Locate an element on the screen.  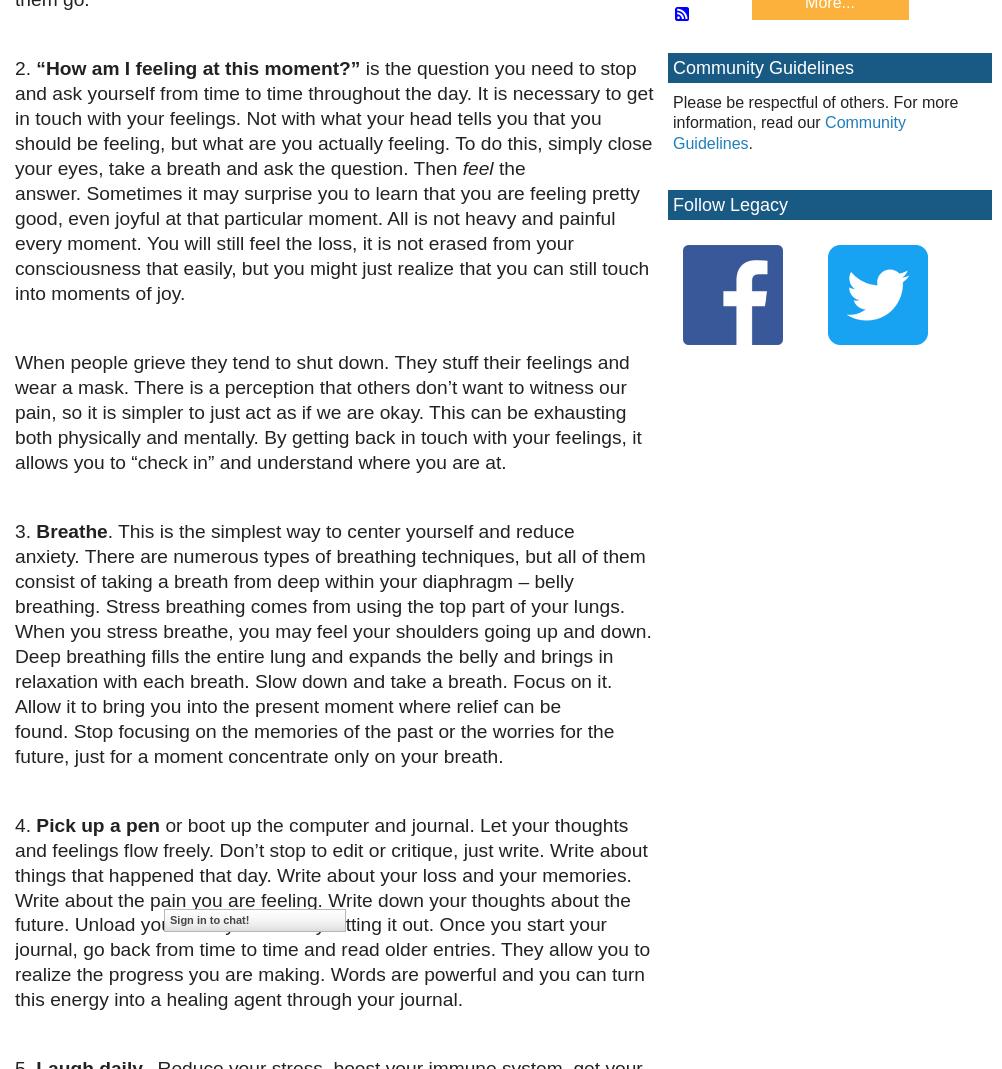
'Please be respectful of others. For more information, read our' is located at coordinates (673, 112).